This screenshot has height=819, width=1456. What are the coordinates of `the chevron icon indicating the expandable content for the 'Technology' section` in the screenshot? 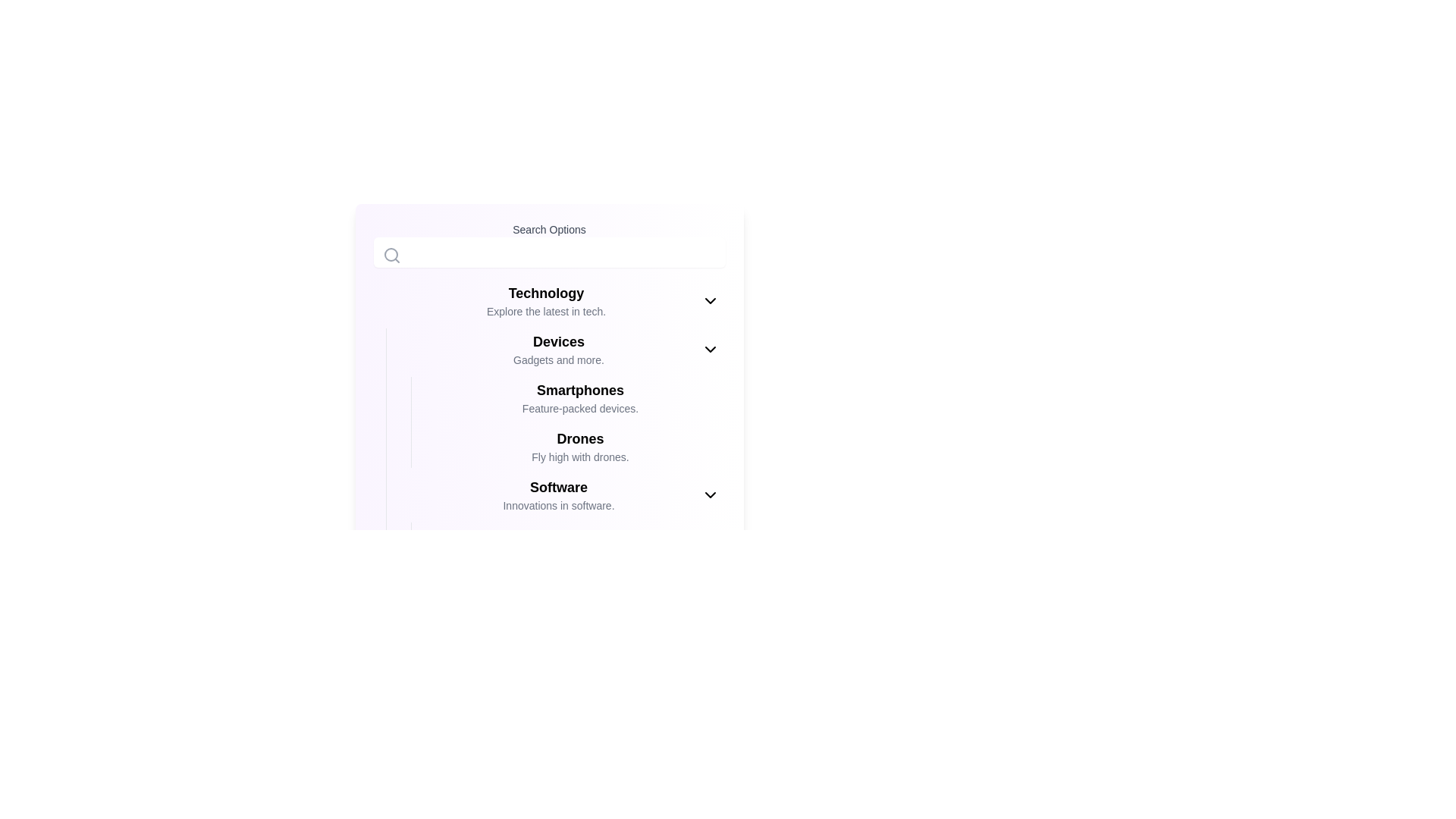 It's located at (709, 301).